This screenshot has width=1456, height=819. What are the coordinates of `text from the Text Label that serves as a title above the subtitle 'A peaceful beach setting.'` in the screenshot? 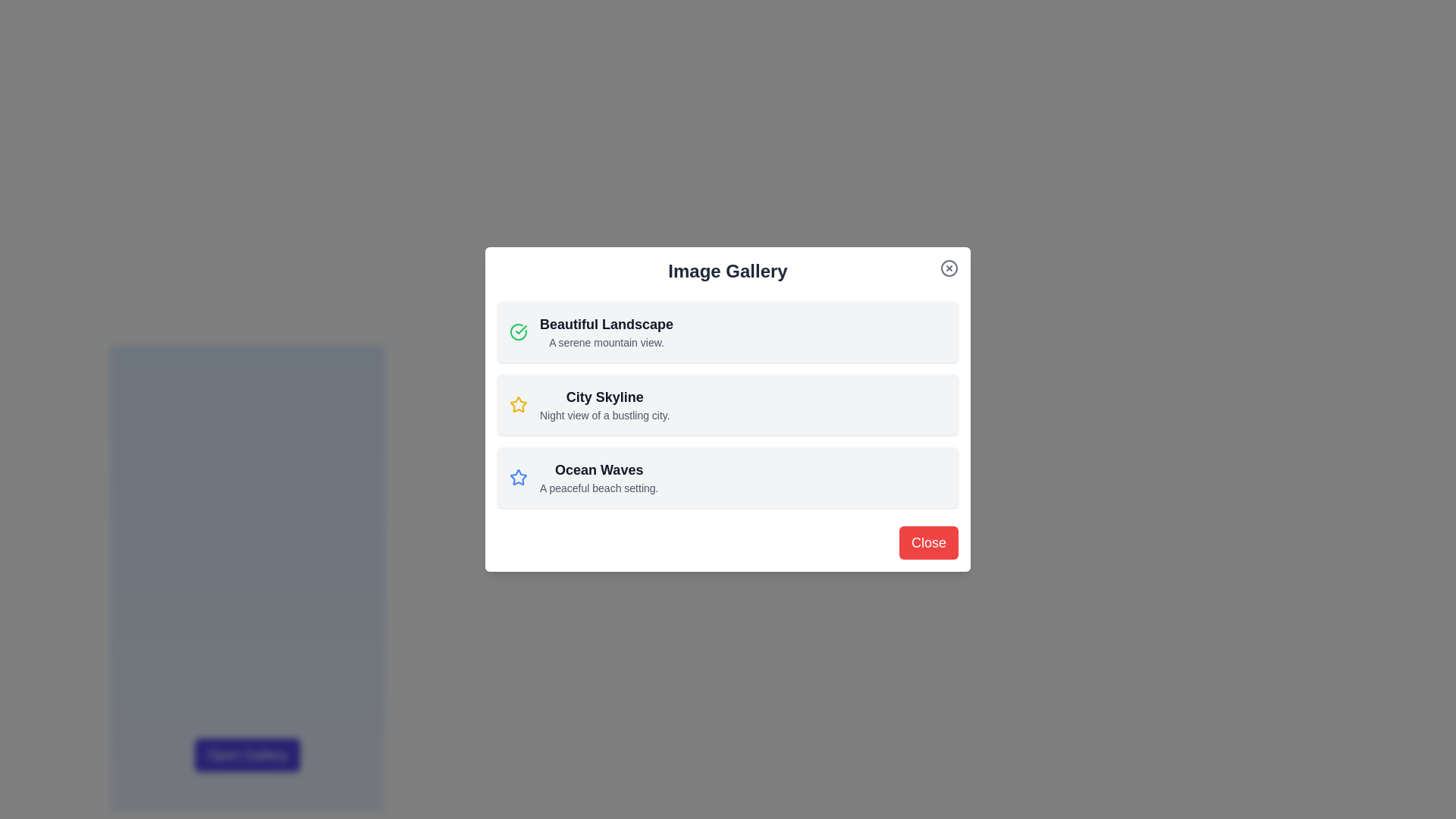 It's located at (598, 469).